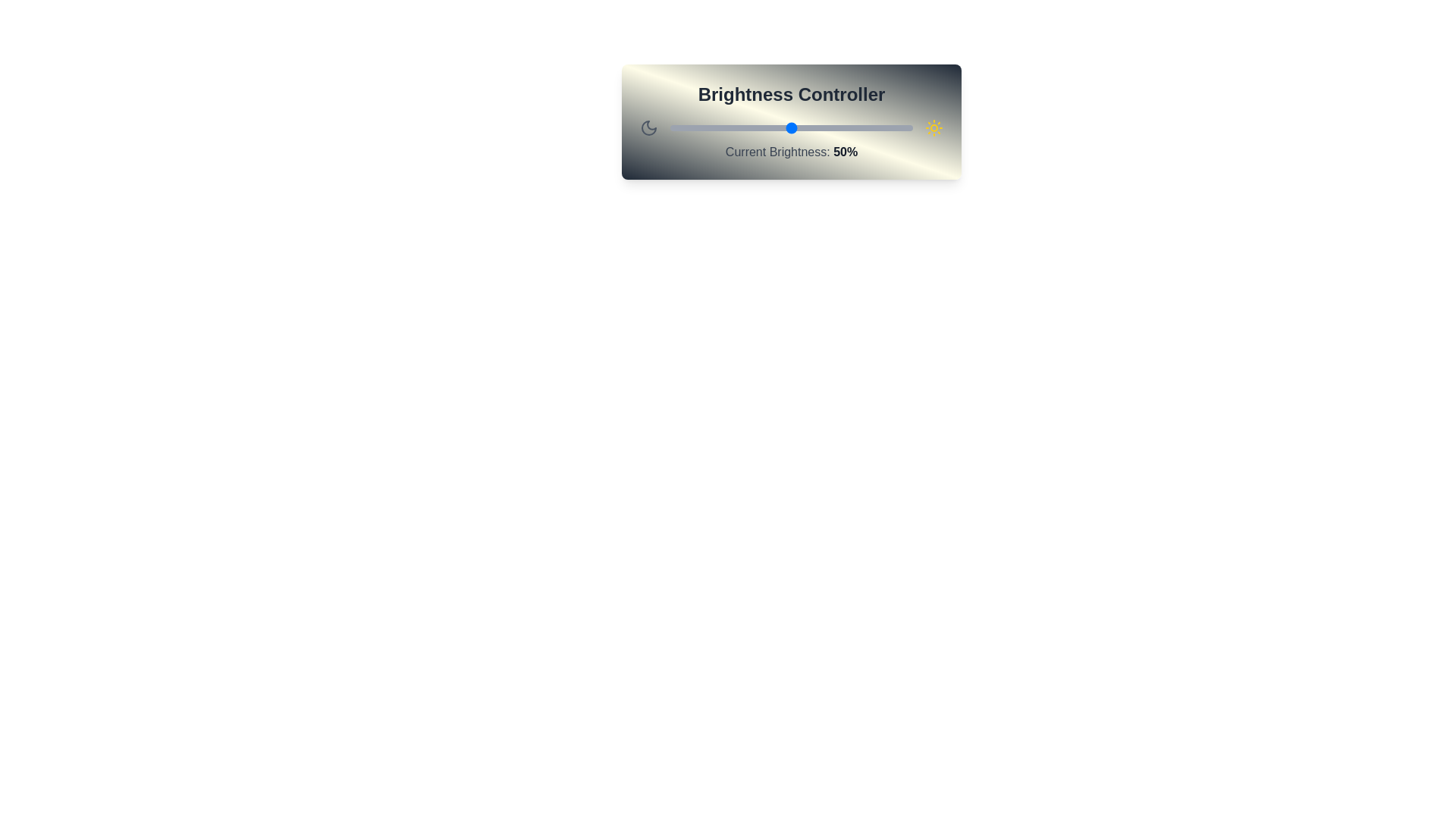  I want to click on the brightness slider to 86%, so click(879, 127).